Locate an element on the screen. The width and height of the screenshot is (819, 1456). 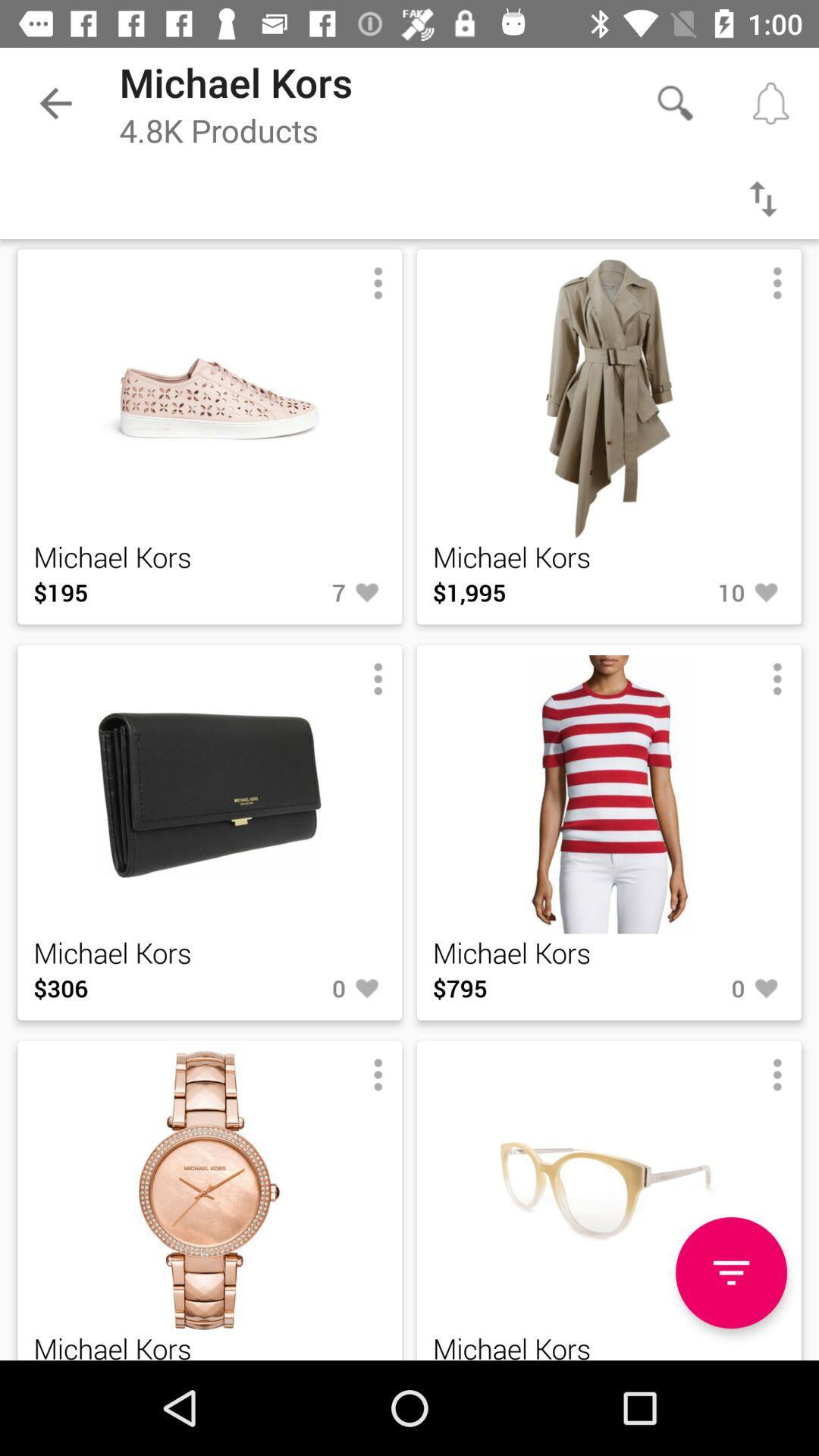
the icon next to the michael kors icon is located at coordinates (730, 1272).